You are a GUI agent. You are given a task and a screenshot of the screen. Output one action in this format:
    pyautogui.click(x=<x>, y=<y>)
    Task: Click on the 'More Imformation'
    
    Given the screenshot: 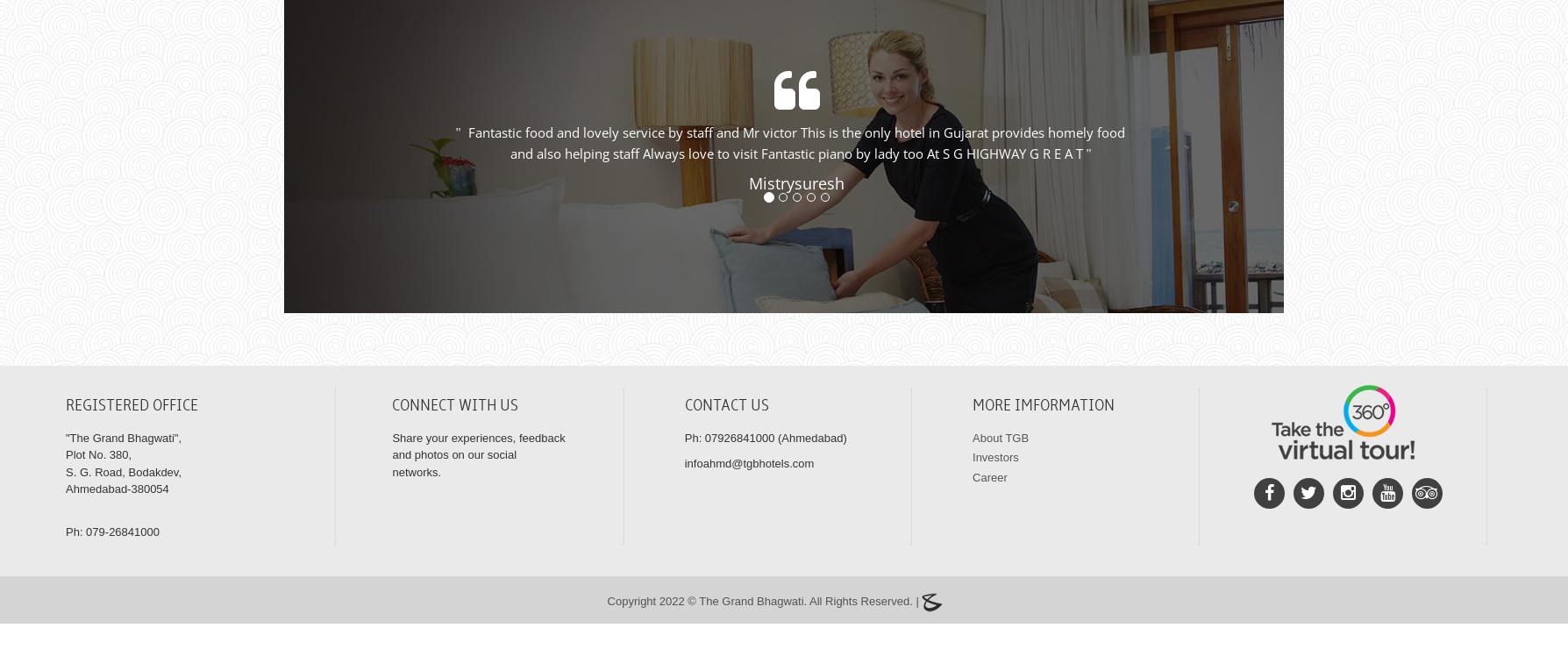 What is the action you would take?
    pyautogui.click(x=1042, y=426)
    